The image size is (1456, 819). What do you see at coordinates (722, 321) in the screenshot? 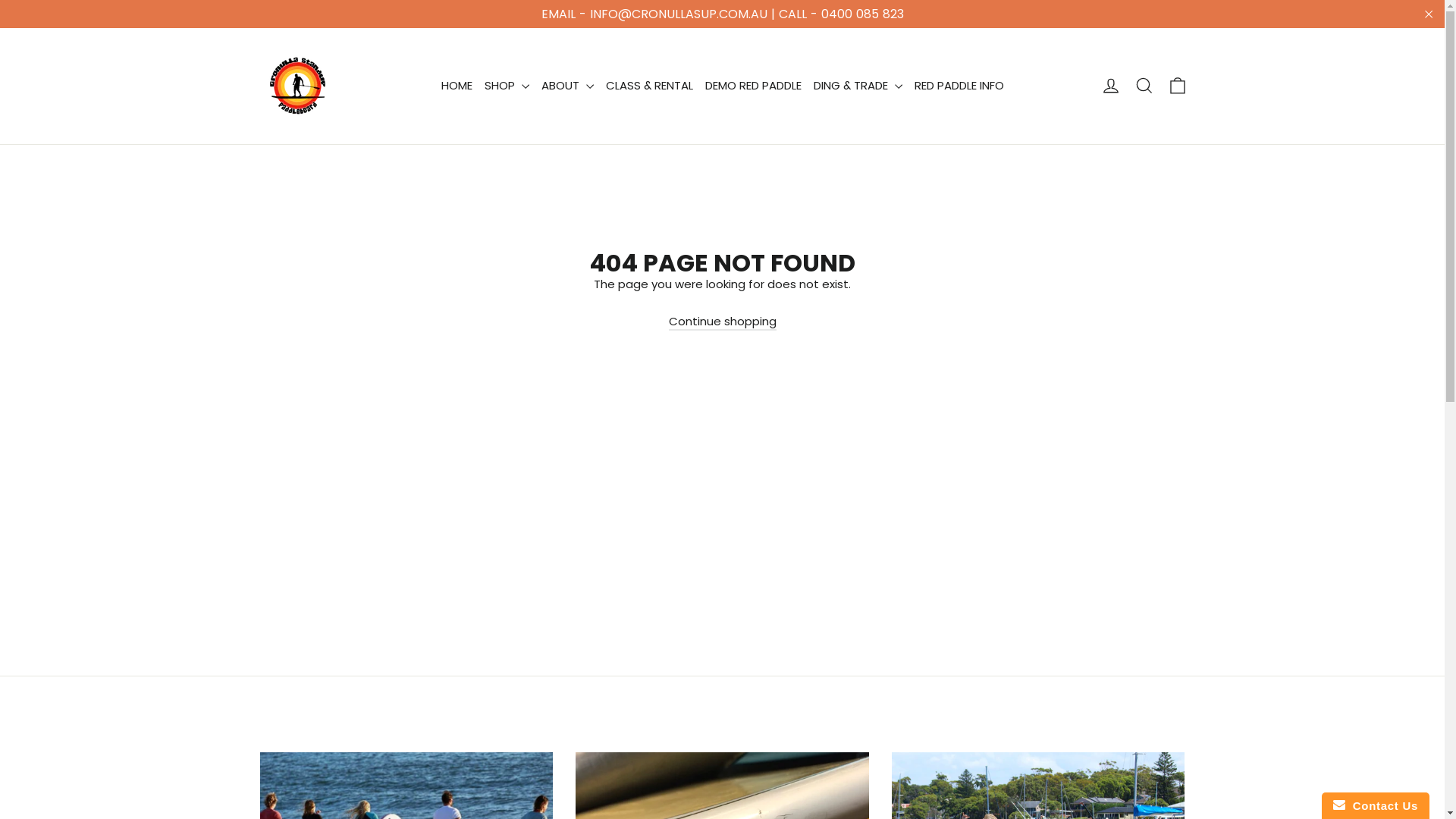
I see `'Continue shopping'` at bounding box center [722, 321].